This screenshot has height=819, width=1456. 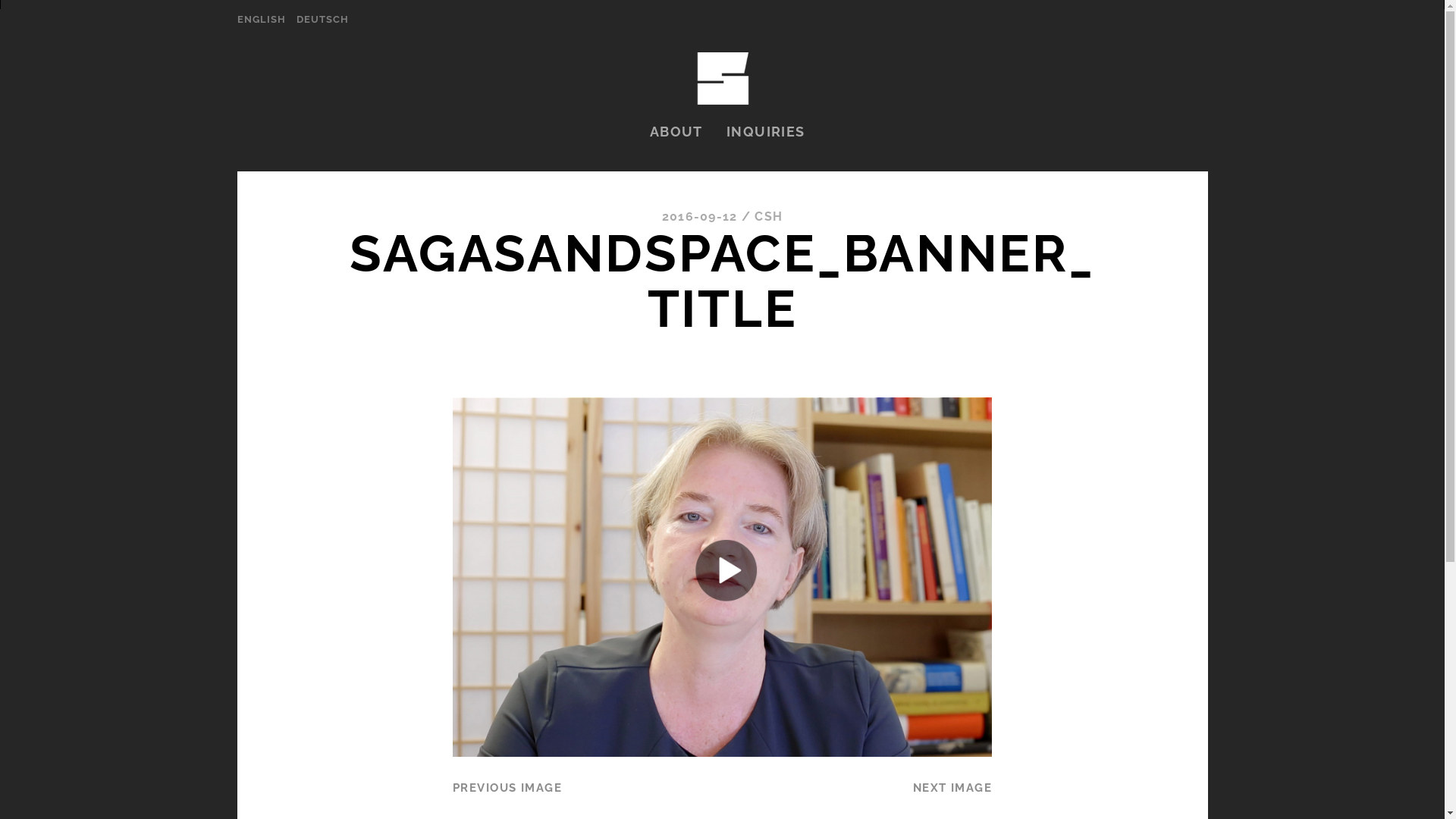 What do you see at coordinates (676, 130) in the screenshot?
I see `'ABOUT'` at bounding box center [676, 130].